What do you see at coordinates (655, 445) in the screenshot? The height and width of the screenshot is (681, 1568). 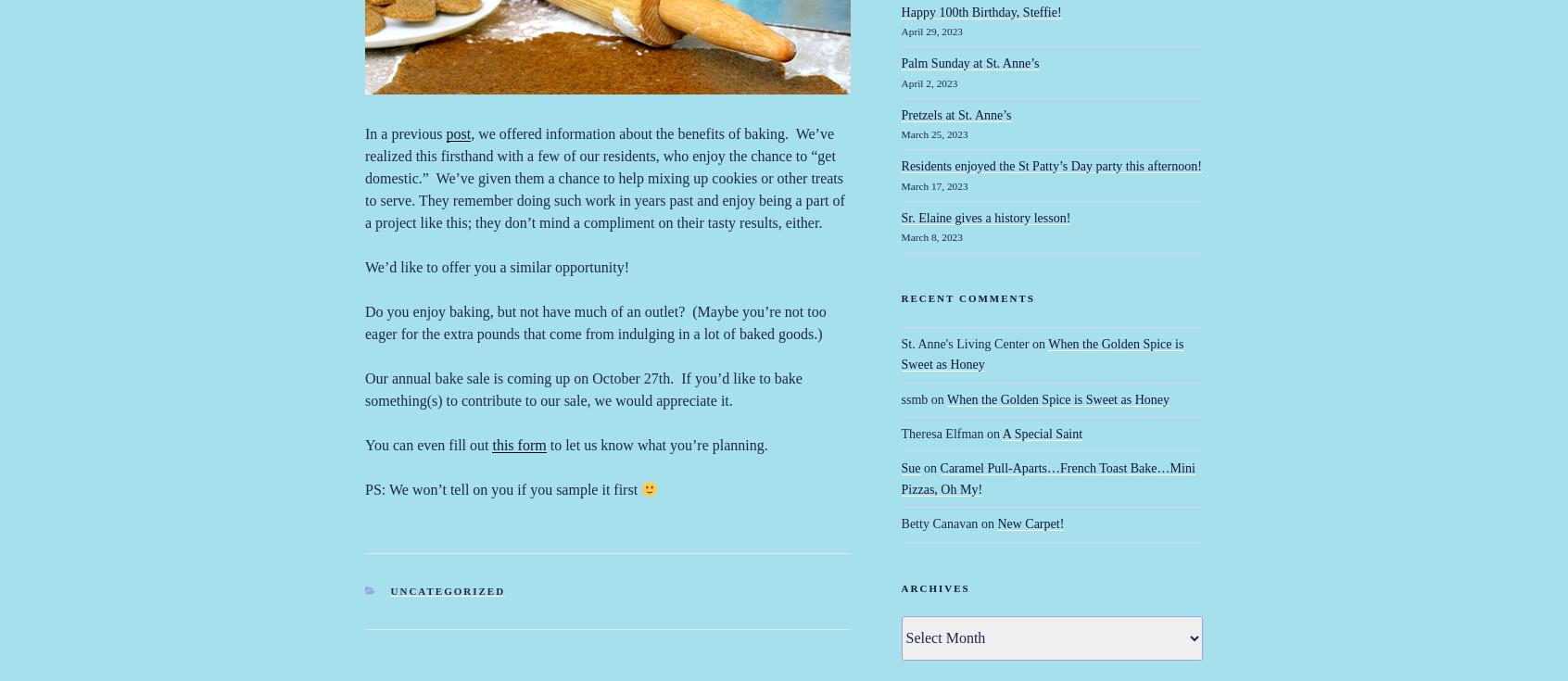 I see `'to let us know what you’re planning.'` at bounding box center [655, 445].